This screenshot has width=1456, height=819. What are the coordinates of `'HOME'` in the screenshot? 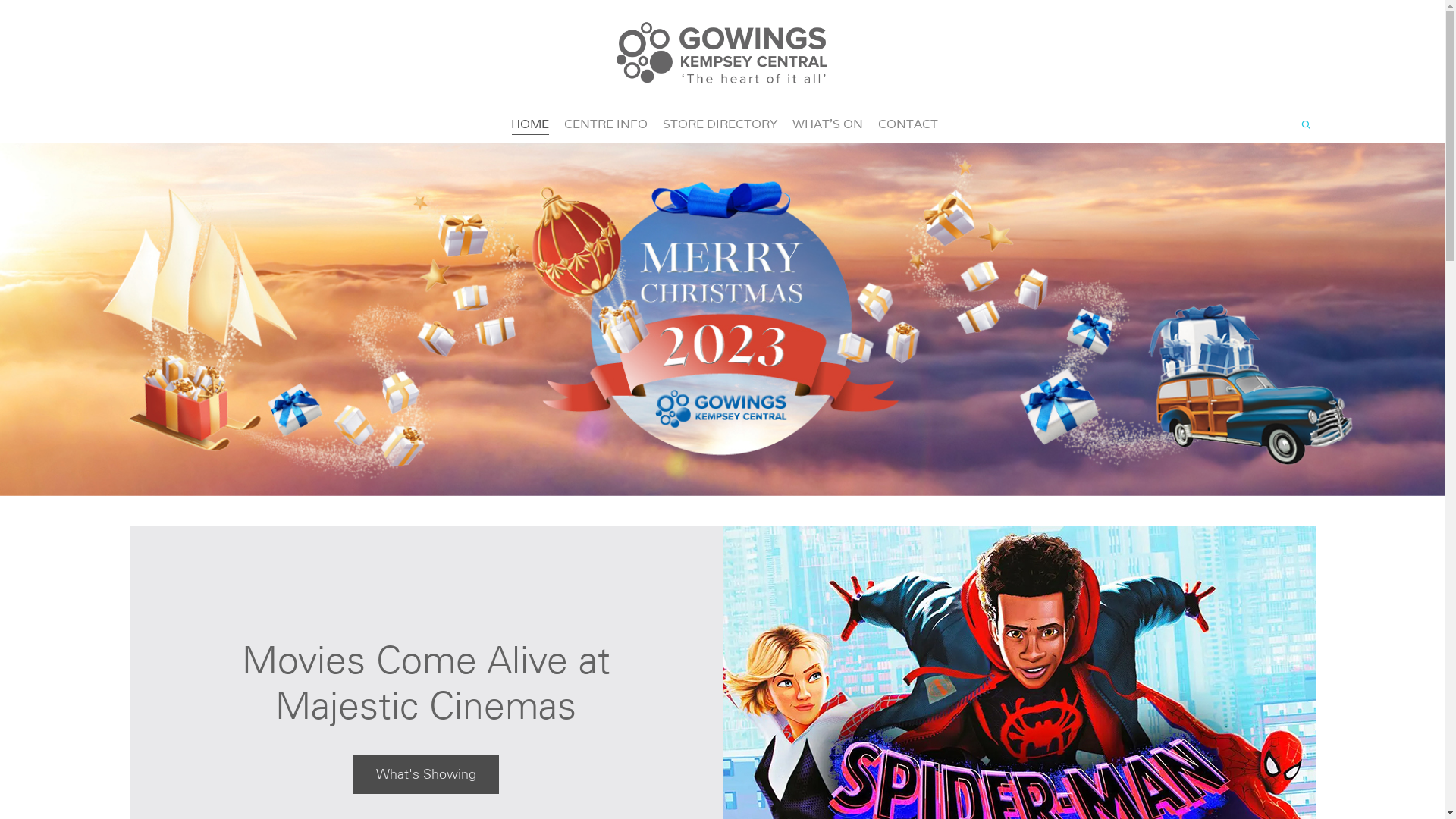 It's located at (530, 124).